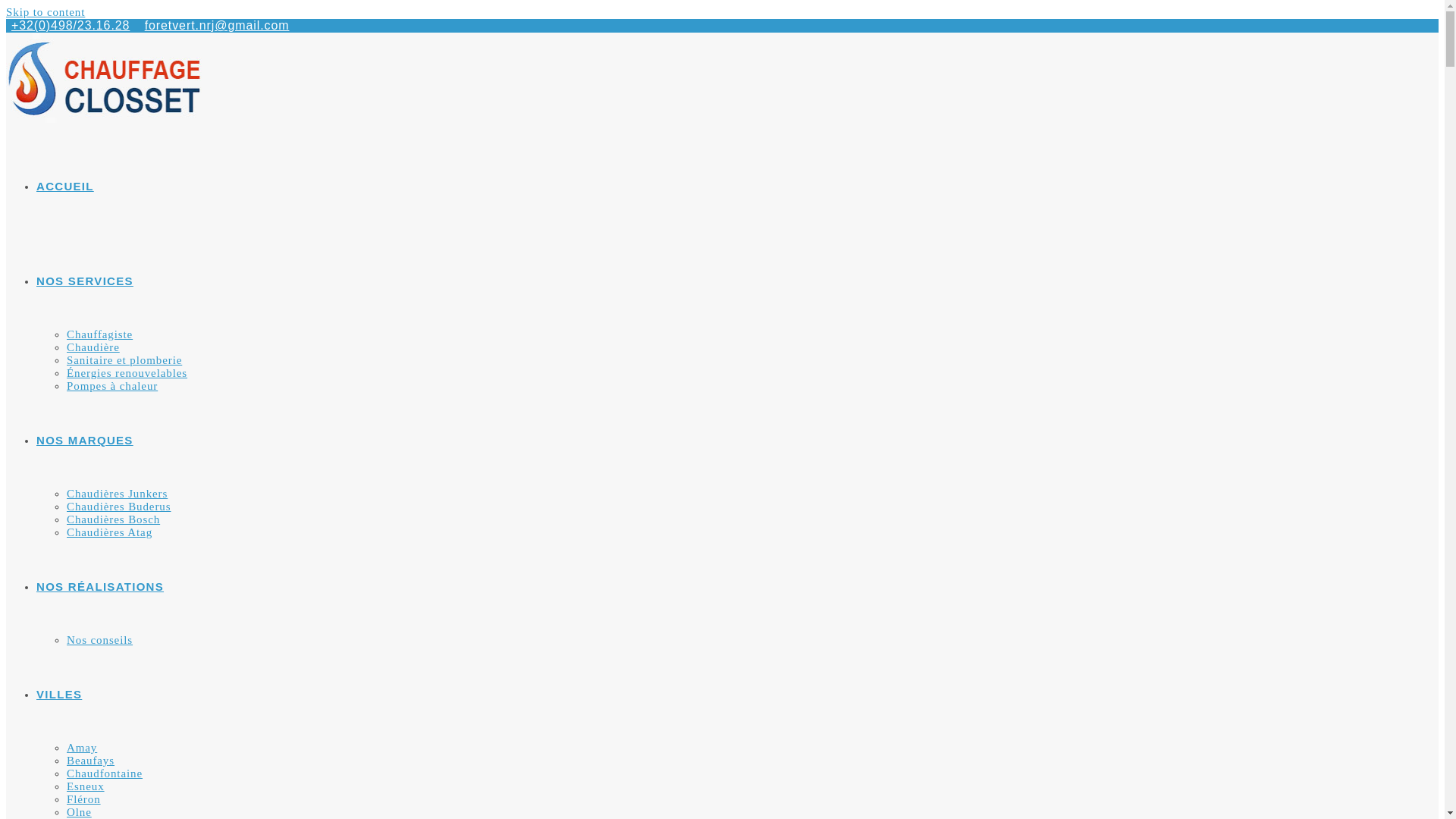 The width and height of the screenshot is (1456, 819). I want to click on 'Chaudfontaine', so click(104, 773).